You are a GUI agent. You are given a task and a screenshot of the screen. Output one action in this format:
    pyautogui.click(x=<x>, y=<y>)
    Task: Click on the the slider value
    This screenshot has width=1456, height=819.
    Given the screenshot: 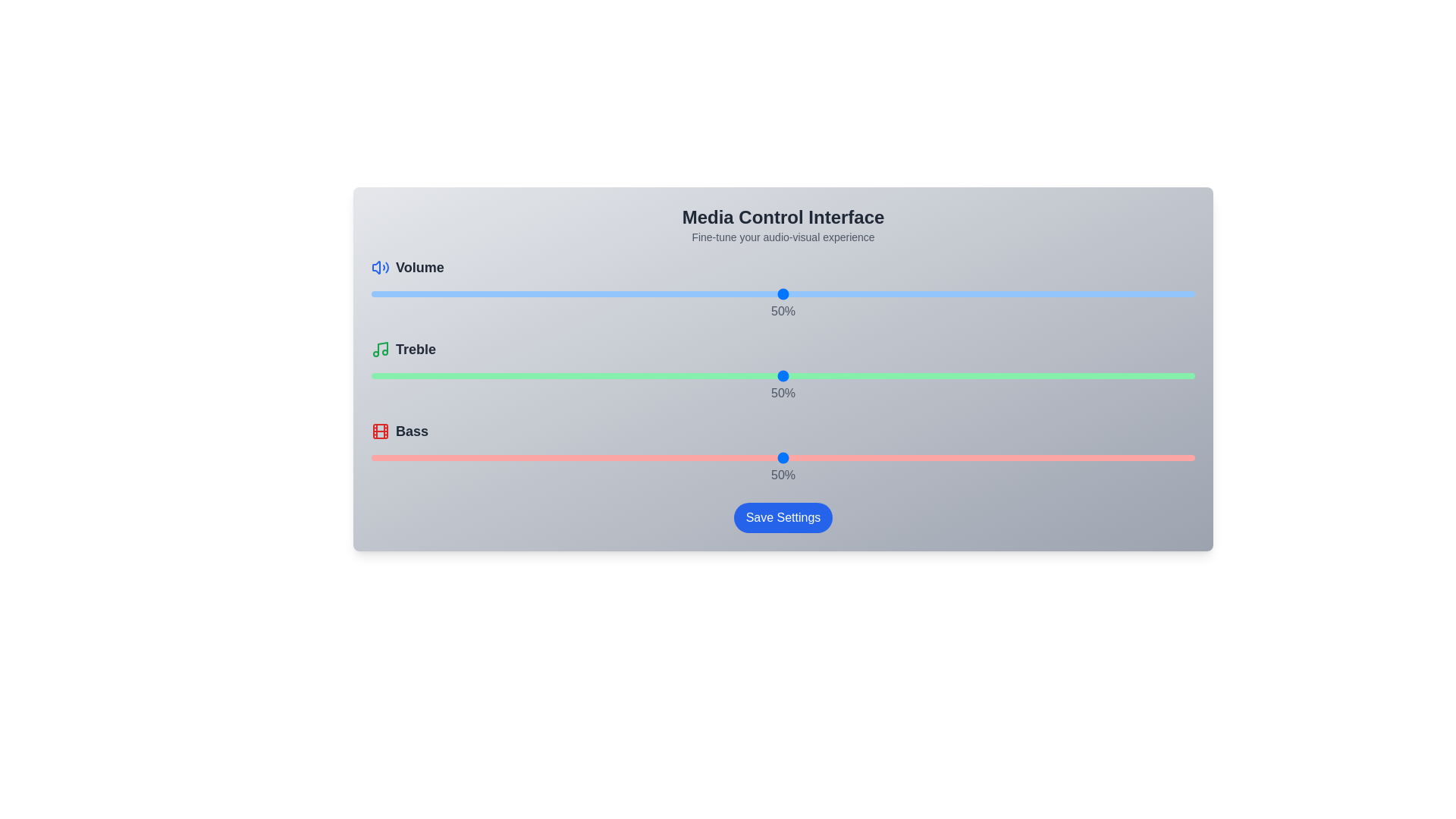 What is the action you would take?
    pyautogui.click(x=783, y=375)
    